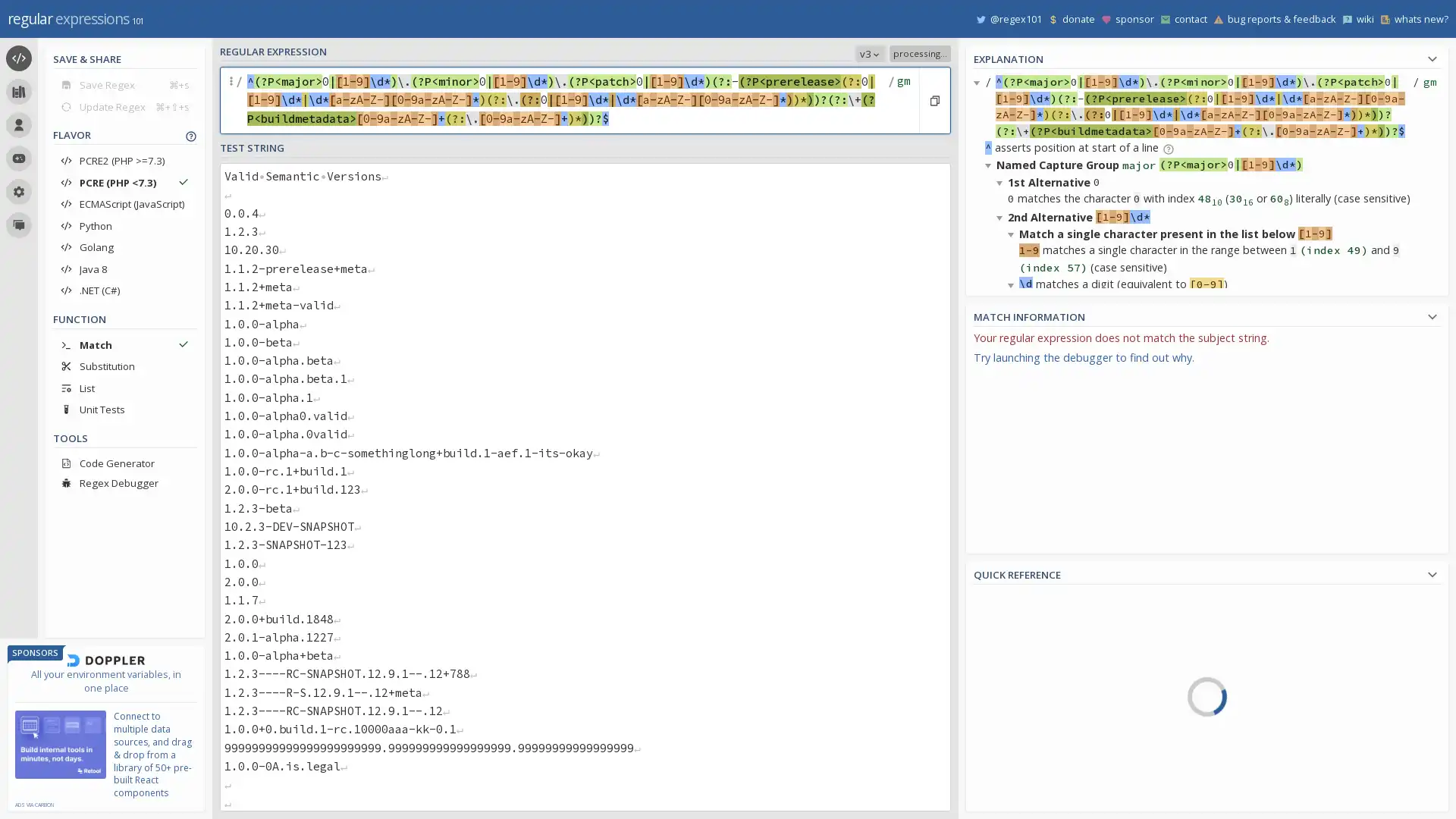  What do you see at coordinates (124, 105) in the screenshot?
I see `Update Regex ++s` at bounding box center [124, 105].